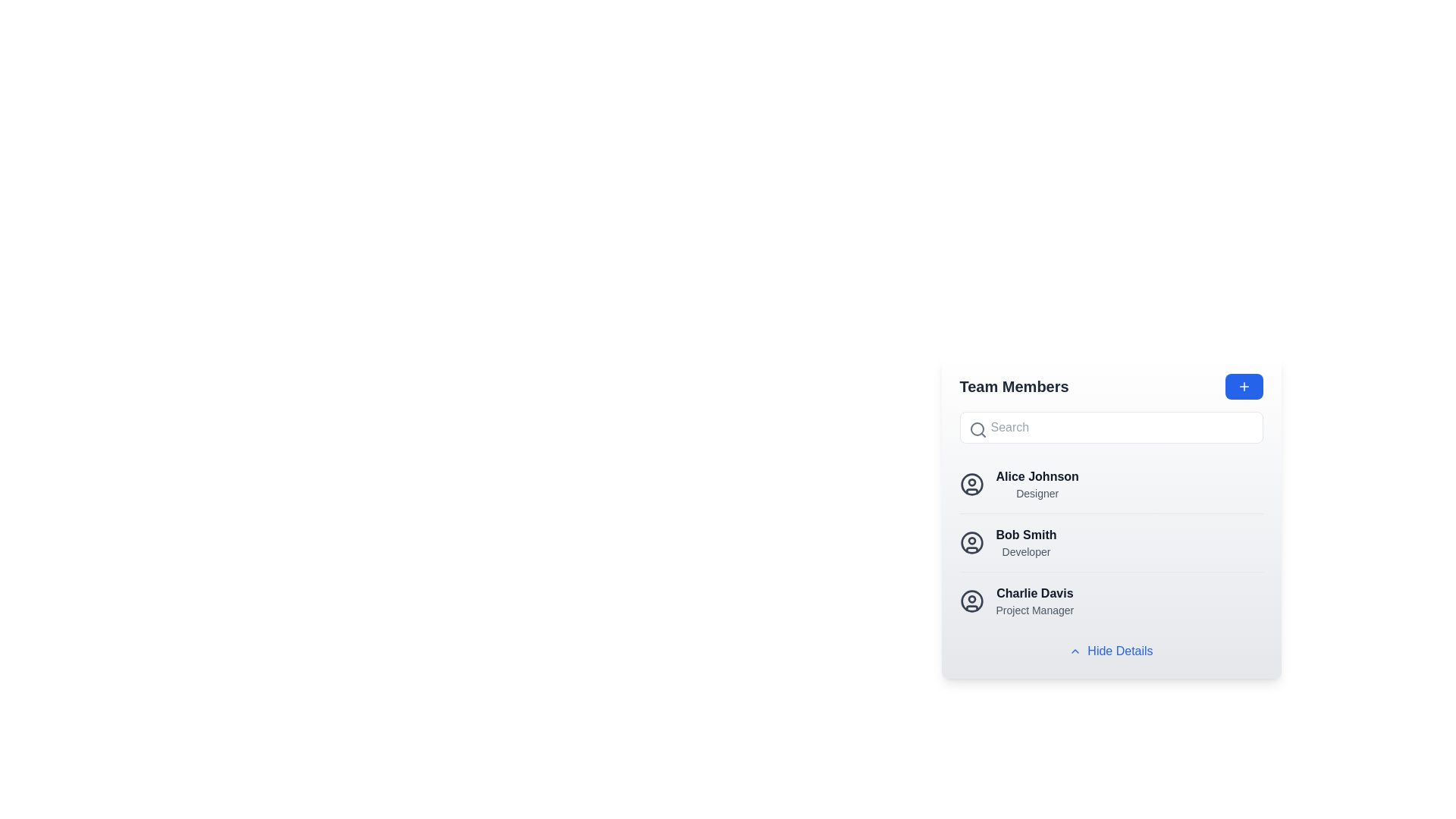 The width and height of the screenshot is (1456, 819). I want to click on the List item containing 'Bob Smith', so click(1111, 541).